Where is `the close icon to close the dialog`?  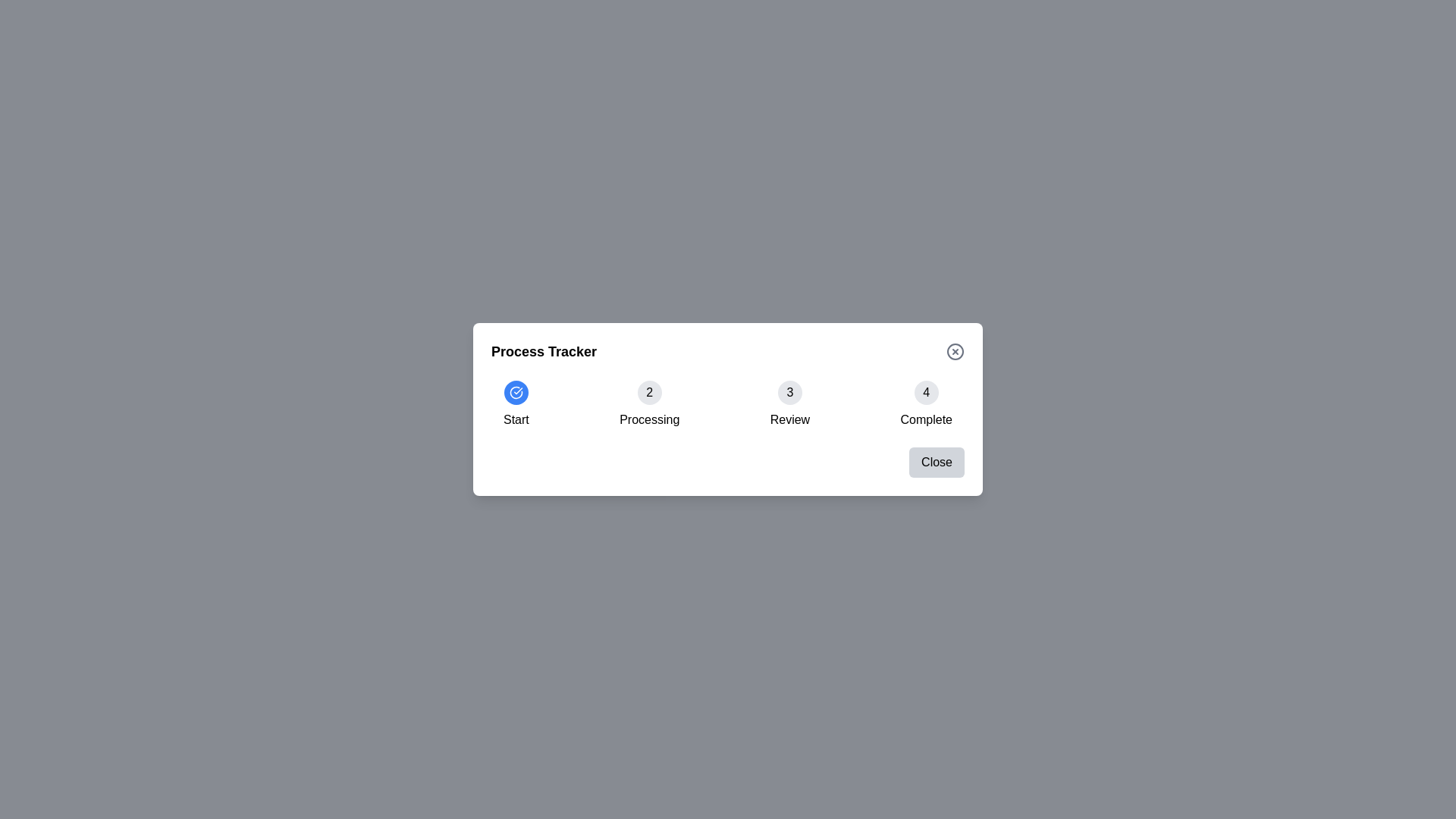
the close icon to close the dialog is located at coordinates (954, 351).